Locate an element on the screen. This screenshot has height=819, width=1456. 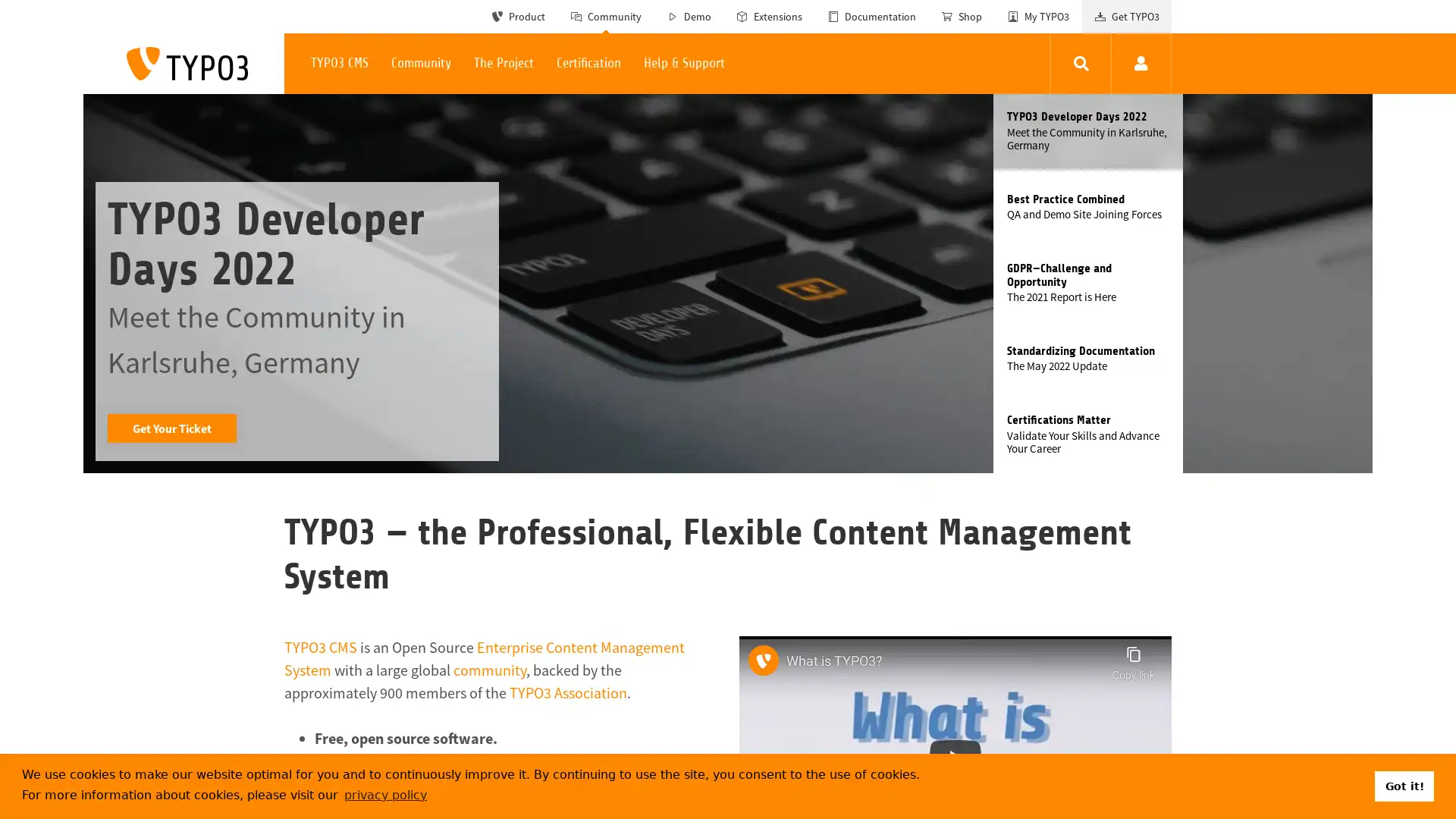
dismiss cookie message is located at coordinates (1404, 785).